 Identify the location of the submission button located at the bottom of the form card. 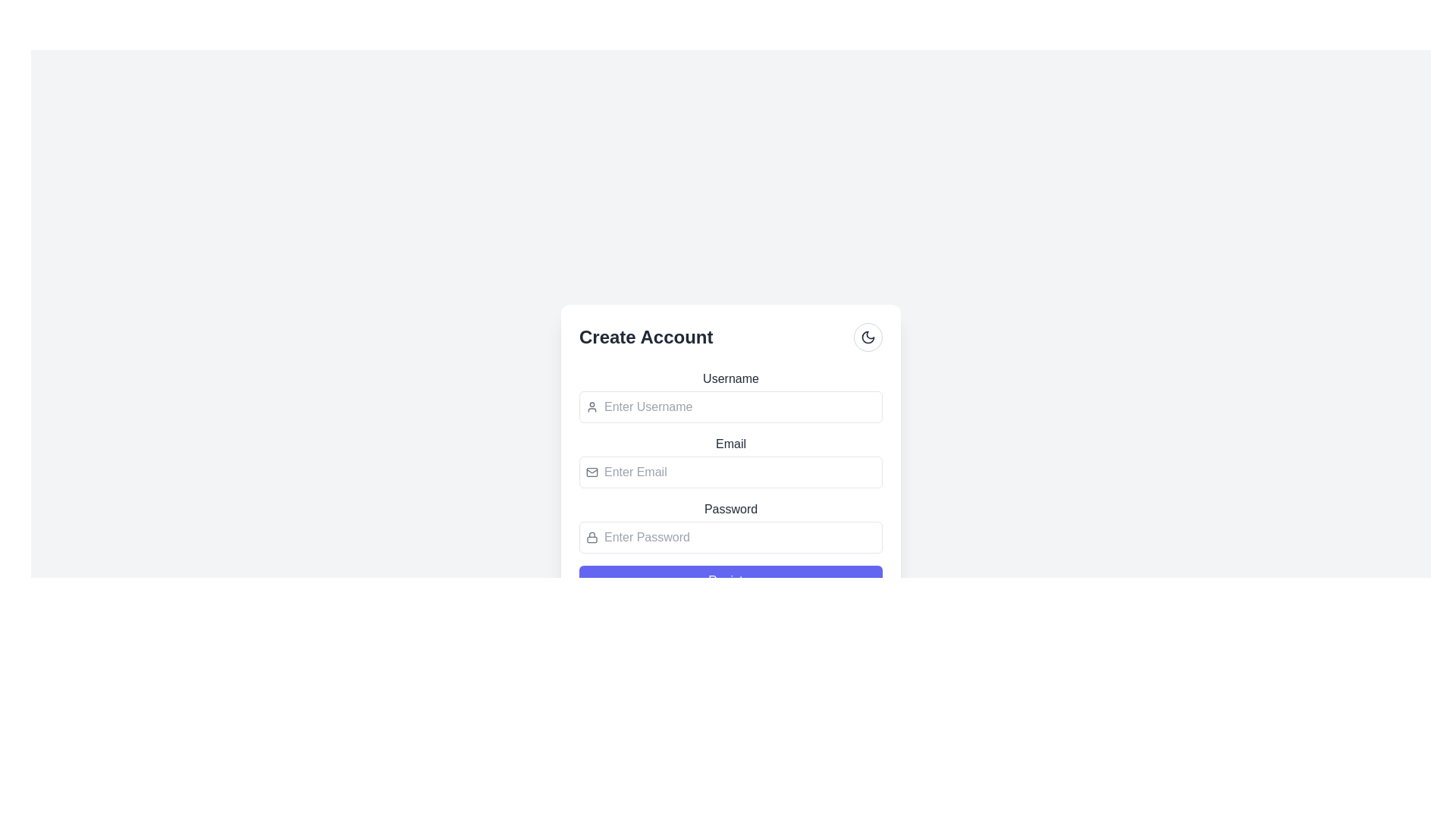
(731, 580).